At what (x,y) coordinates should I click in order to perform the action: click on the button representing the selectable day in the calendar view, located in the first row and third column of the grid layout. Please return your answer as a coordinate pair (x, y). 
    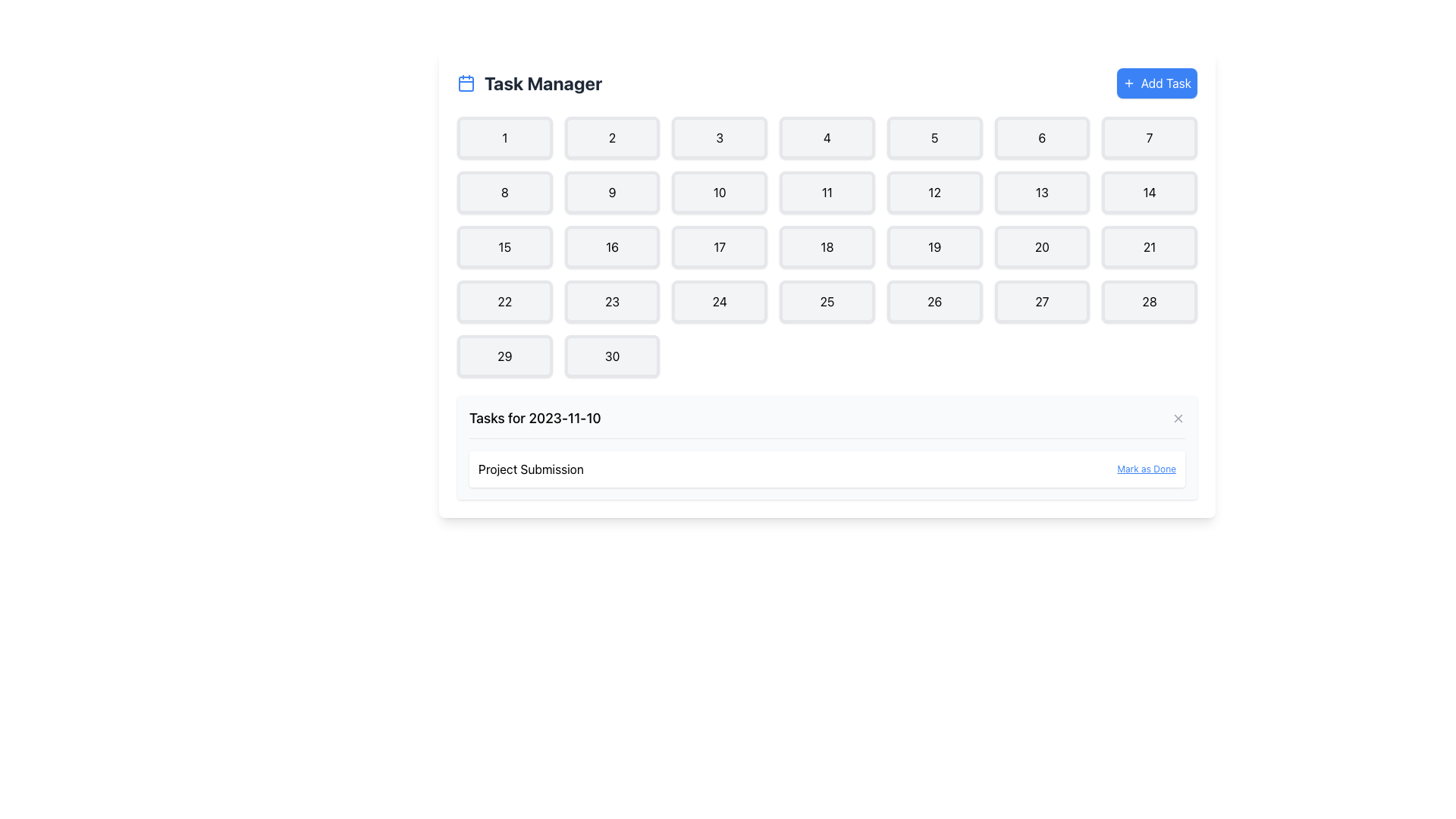
    Looking at the image, I should click on (719, 137).